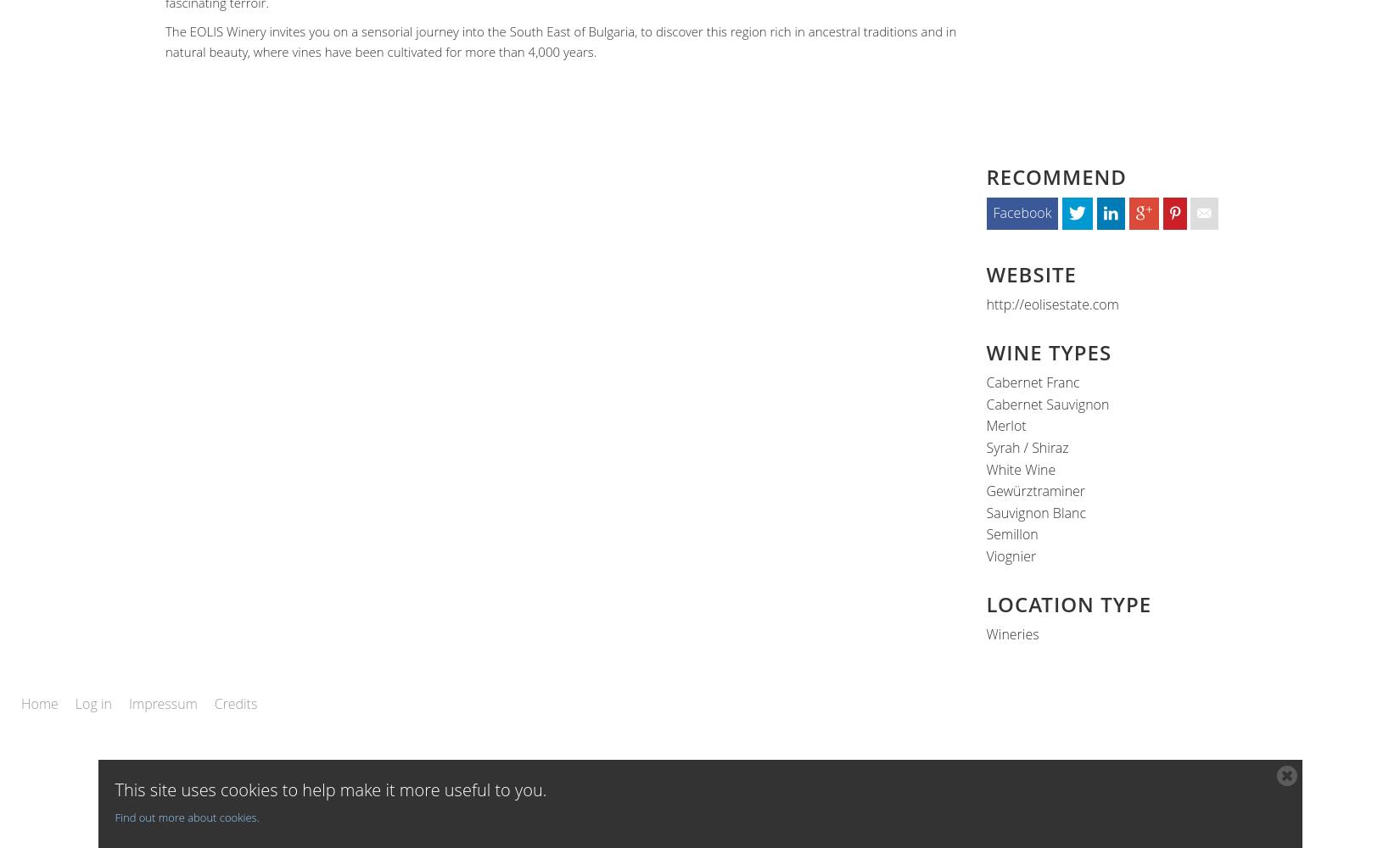 The height and width of the screenshot is (848, 1400). What do you see at coordinates (114, 817) in the screenshot?
I see `'Find out more about cookies.'` at bounding box center [114, 817].